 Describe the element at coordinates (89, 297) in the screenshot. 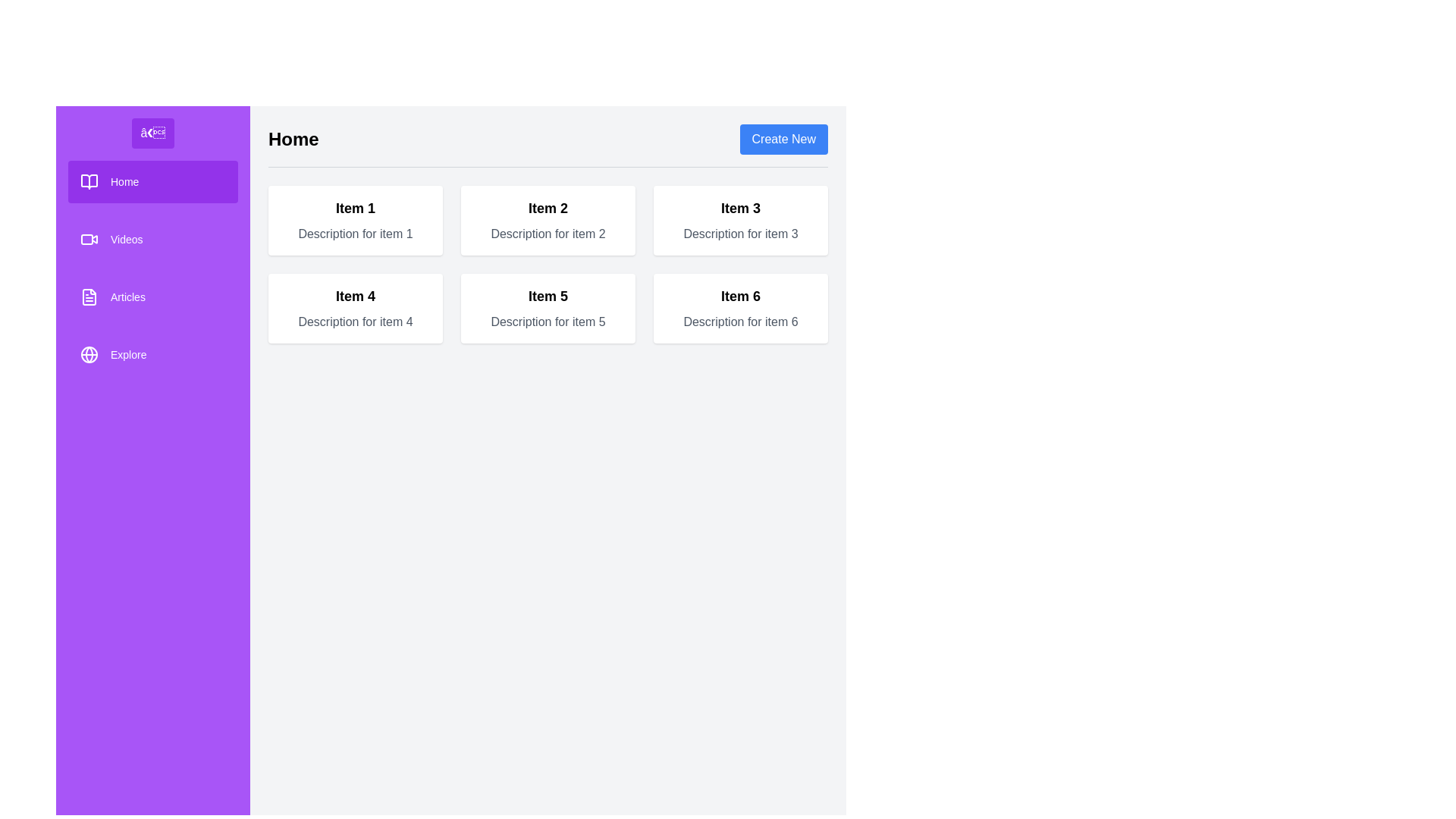

I see `the 'Articles' icon located in the sidebar navigation` at that location.